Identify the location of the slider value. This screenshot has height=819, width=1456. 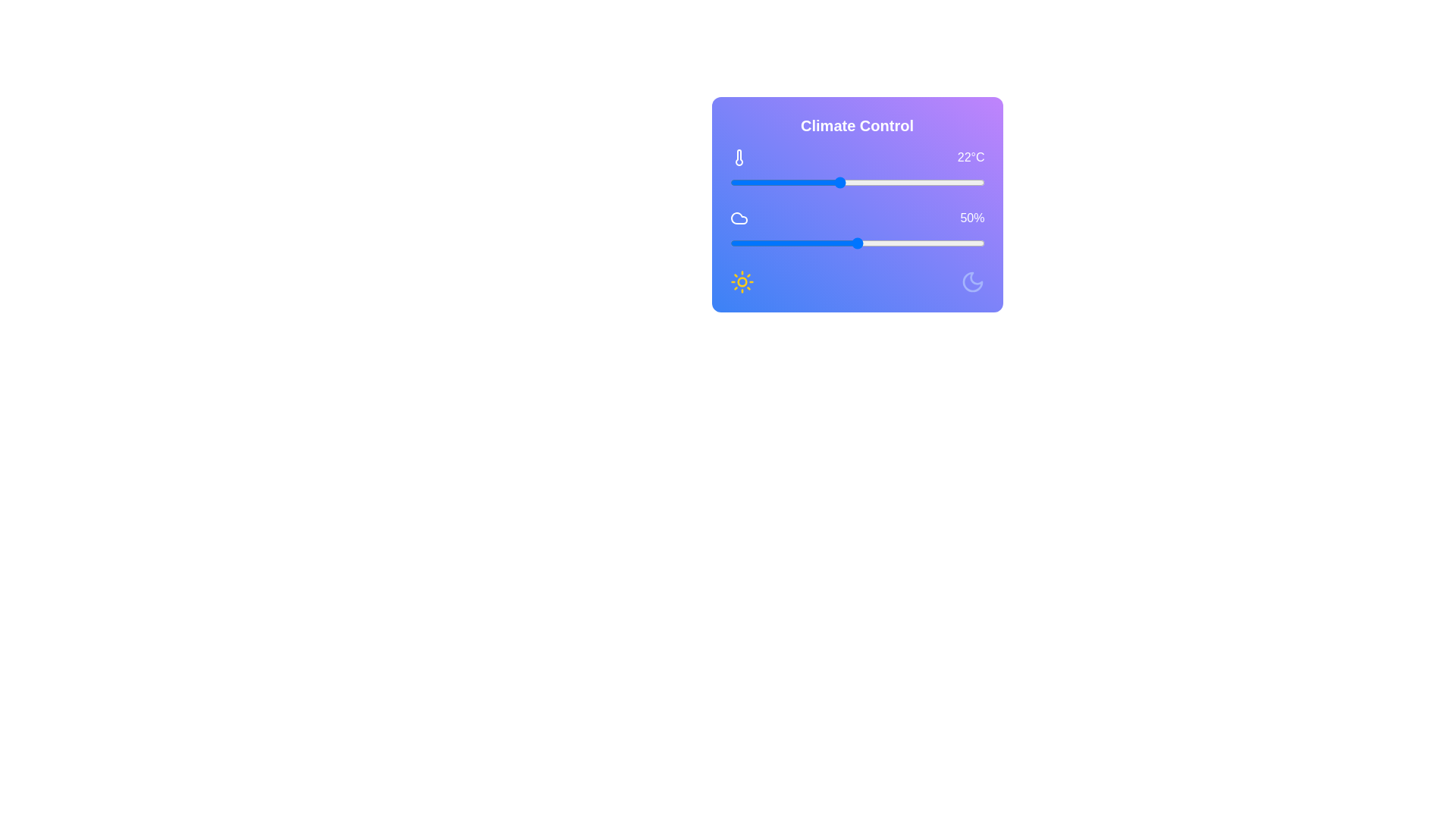
(805, 242).